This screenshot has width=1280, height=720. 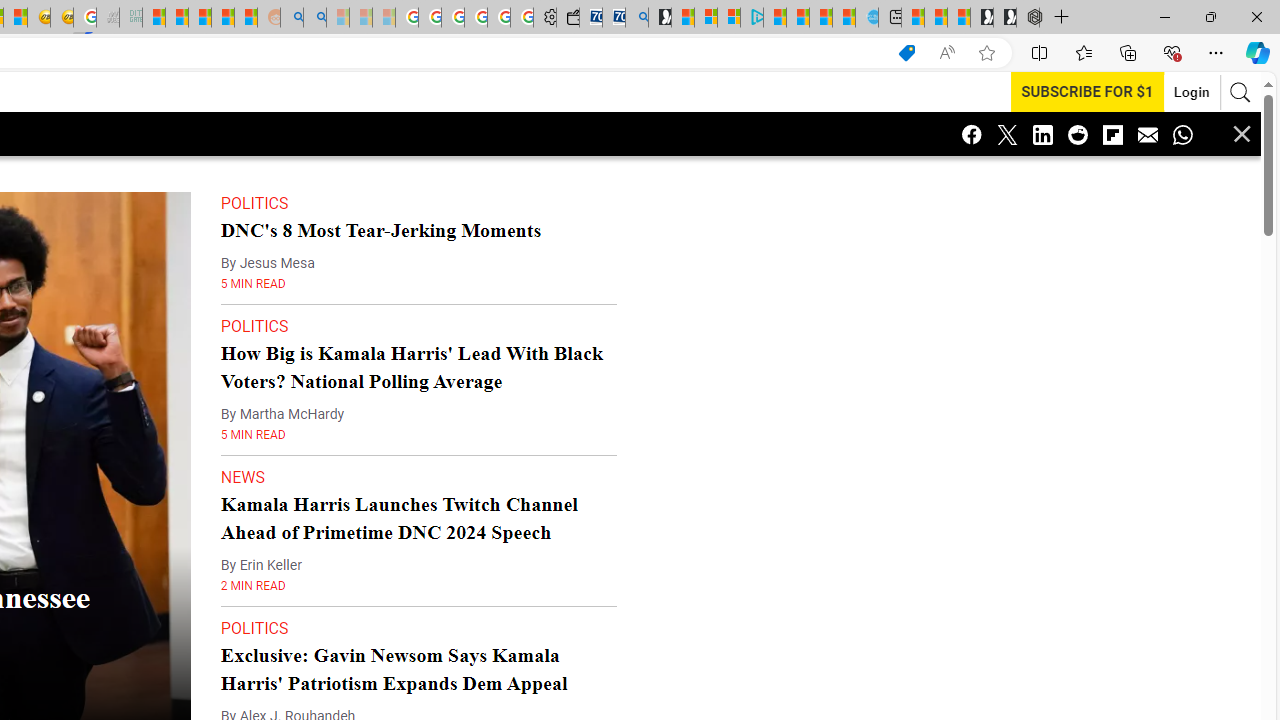 What do you see at coordinates (266, 262) in the screenshot?
I see `'By Jesus Mesa'` at bounding box center [266, 262].